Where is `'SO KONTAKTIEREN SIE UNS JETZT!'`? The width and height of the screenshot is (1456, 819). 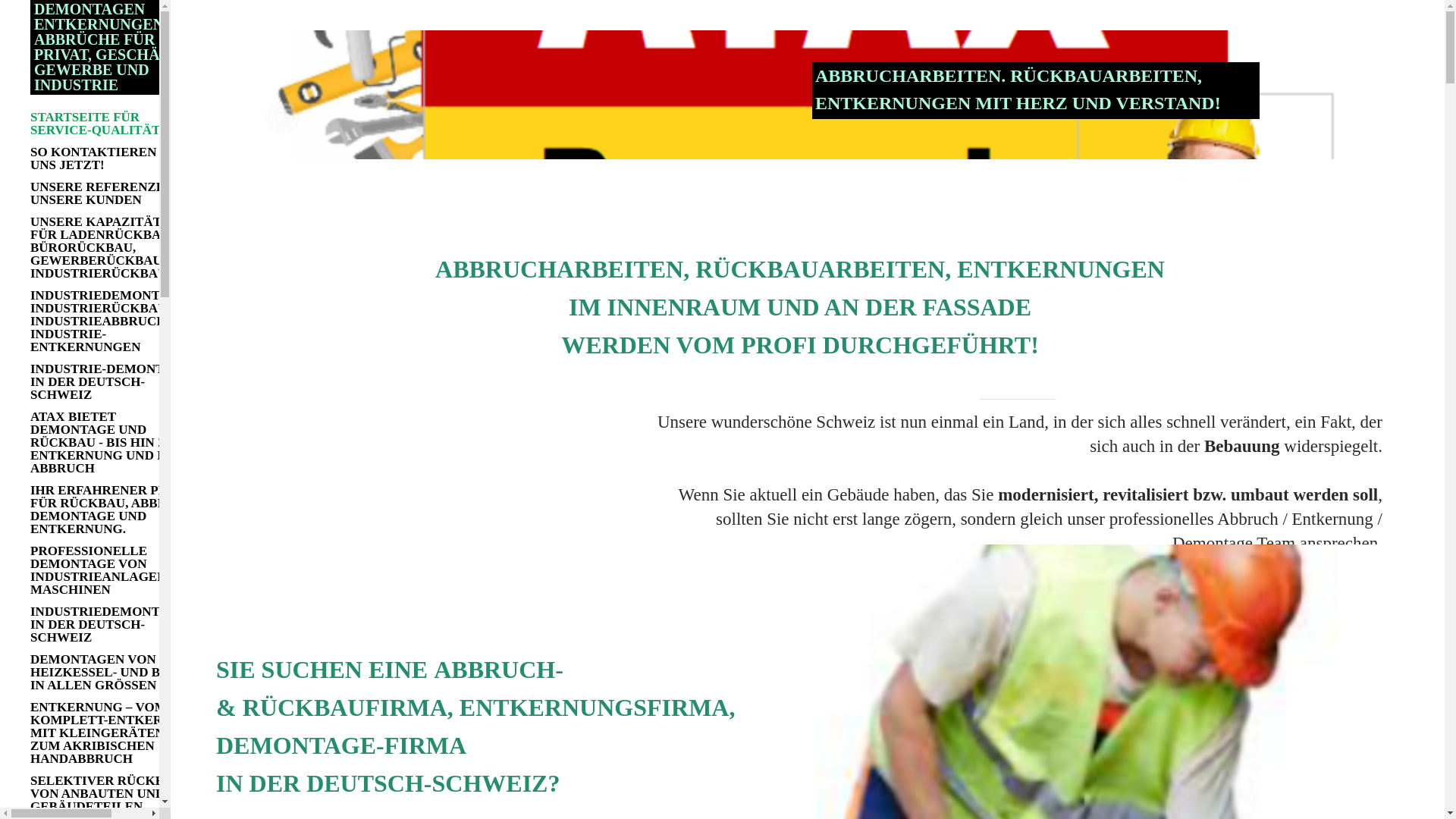
'SO KONTAKTIEREN SIE UNS JETZT!' is located at coordinates (115, 158).